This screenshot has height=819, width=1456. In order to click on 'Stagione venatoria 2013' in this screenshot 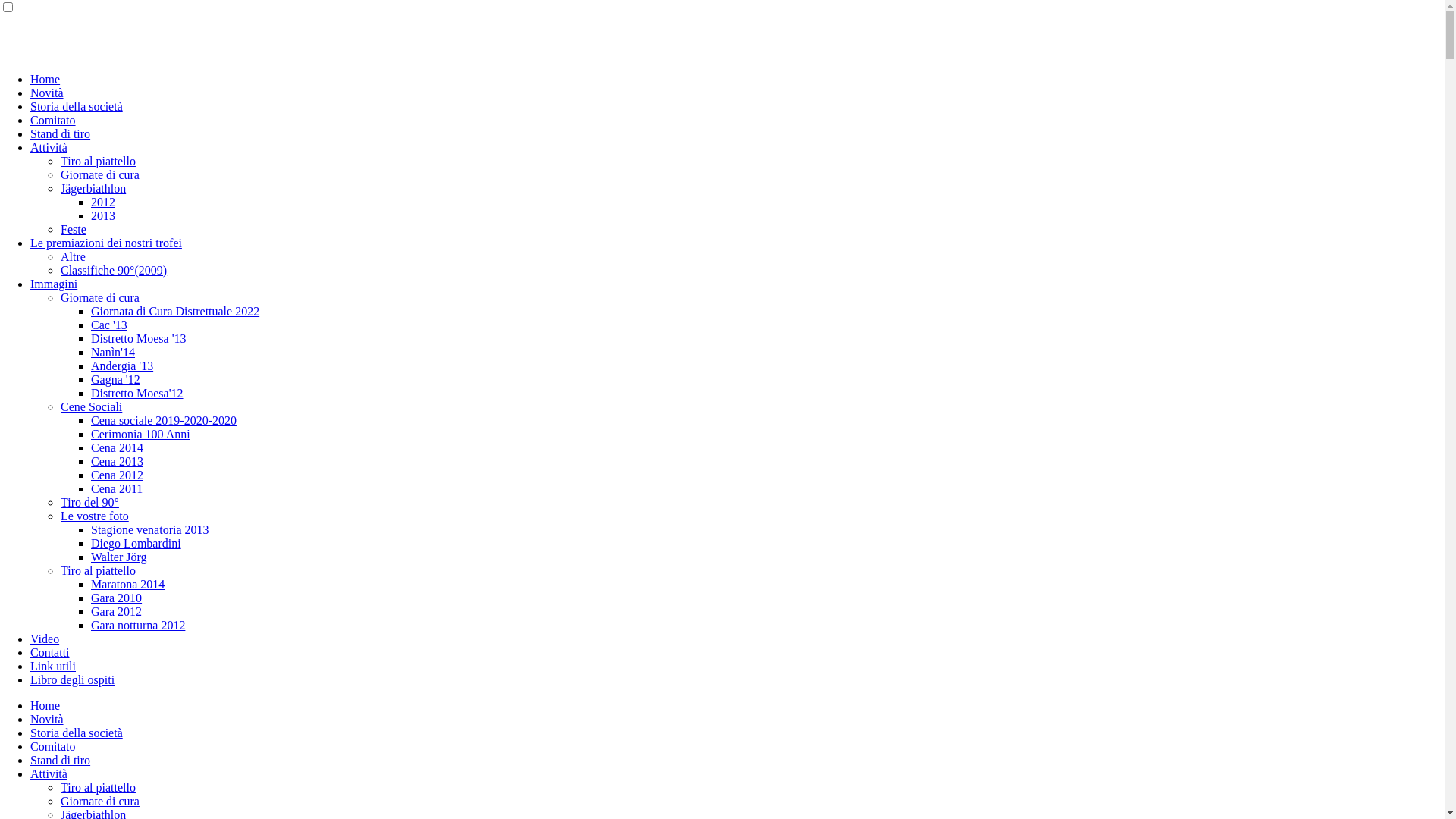, I will do `click(149, 529)`.